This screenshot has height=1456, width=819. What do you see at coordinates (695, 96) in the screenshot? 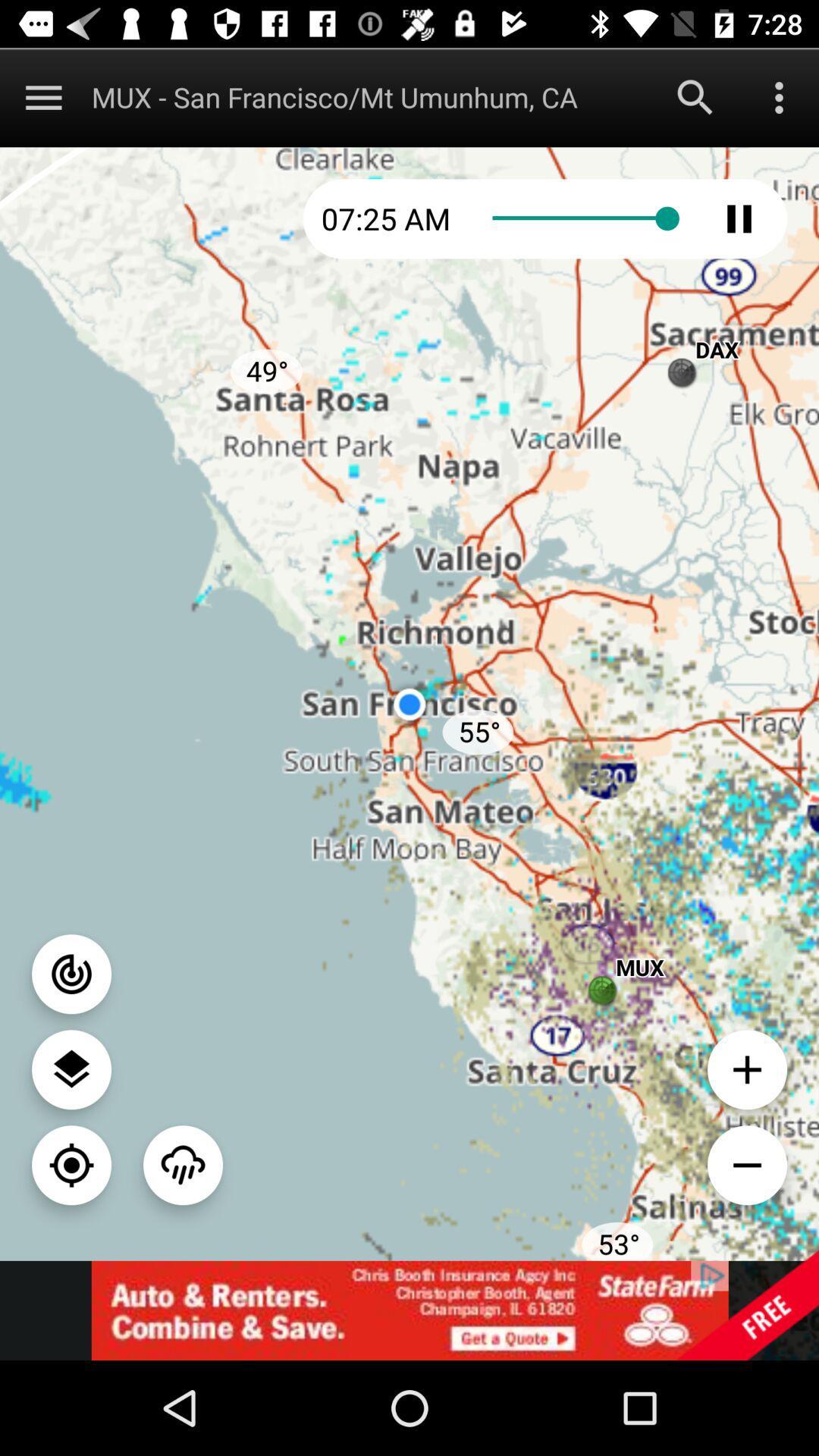
I see `the search icon` at bounding box center [695, 96].